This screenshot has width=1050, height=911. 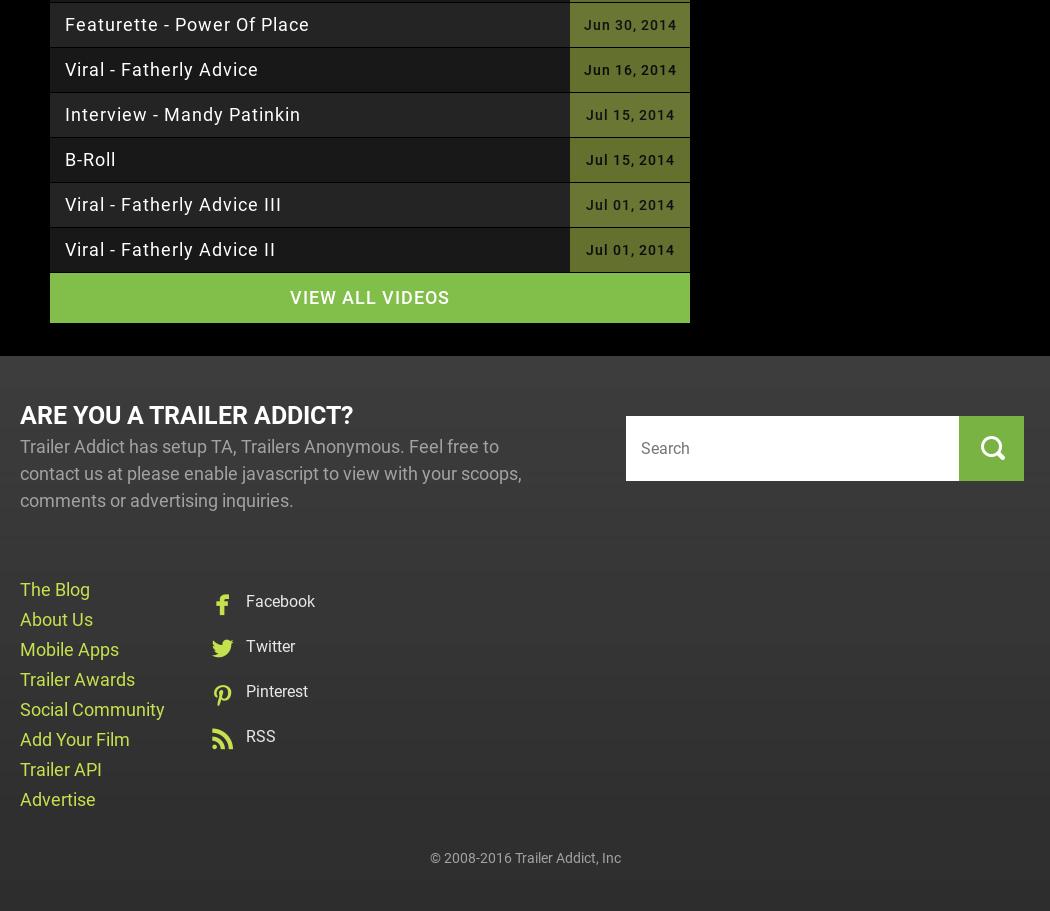 What do you see at coordinates (523, 856) in the screenshot?
I see `'© 2008-2016 Trailer Addict, Inc'` at bounding box center [523, 856].